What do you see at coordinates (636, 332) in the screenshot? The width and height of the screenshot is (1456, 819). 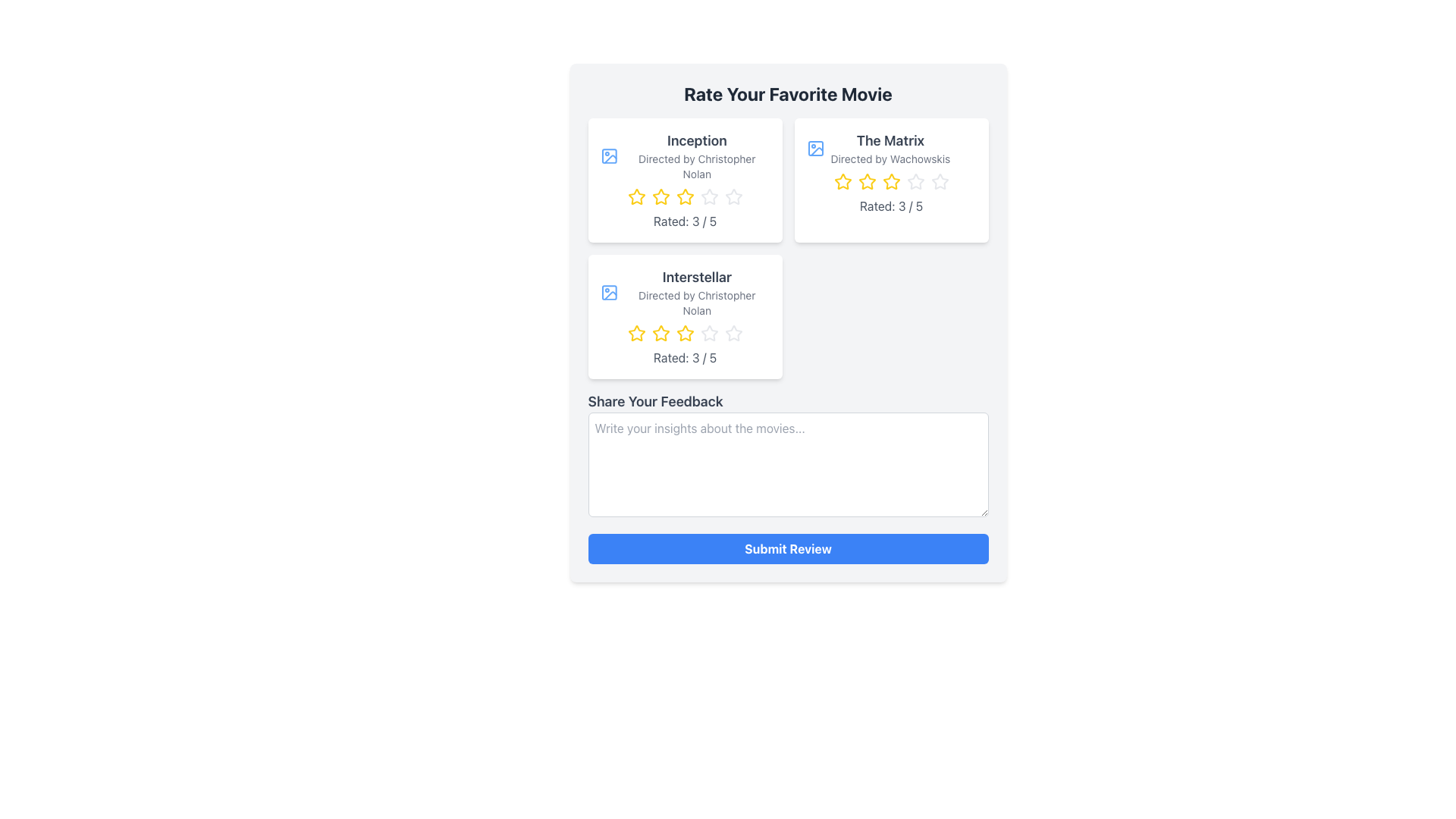 I see `the first star-shaped rating icon with a yellow outline for the movie 'Interstellar' to rate it` at bounding box center [636, 332].